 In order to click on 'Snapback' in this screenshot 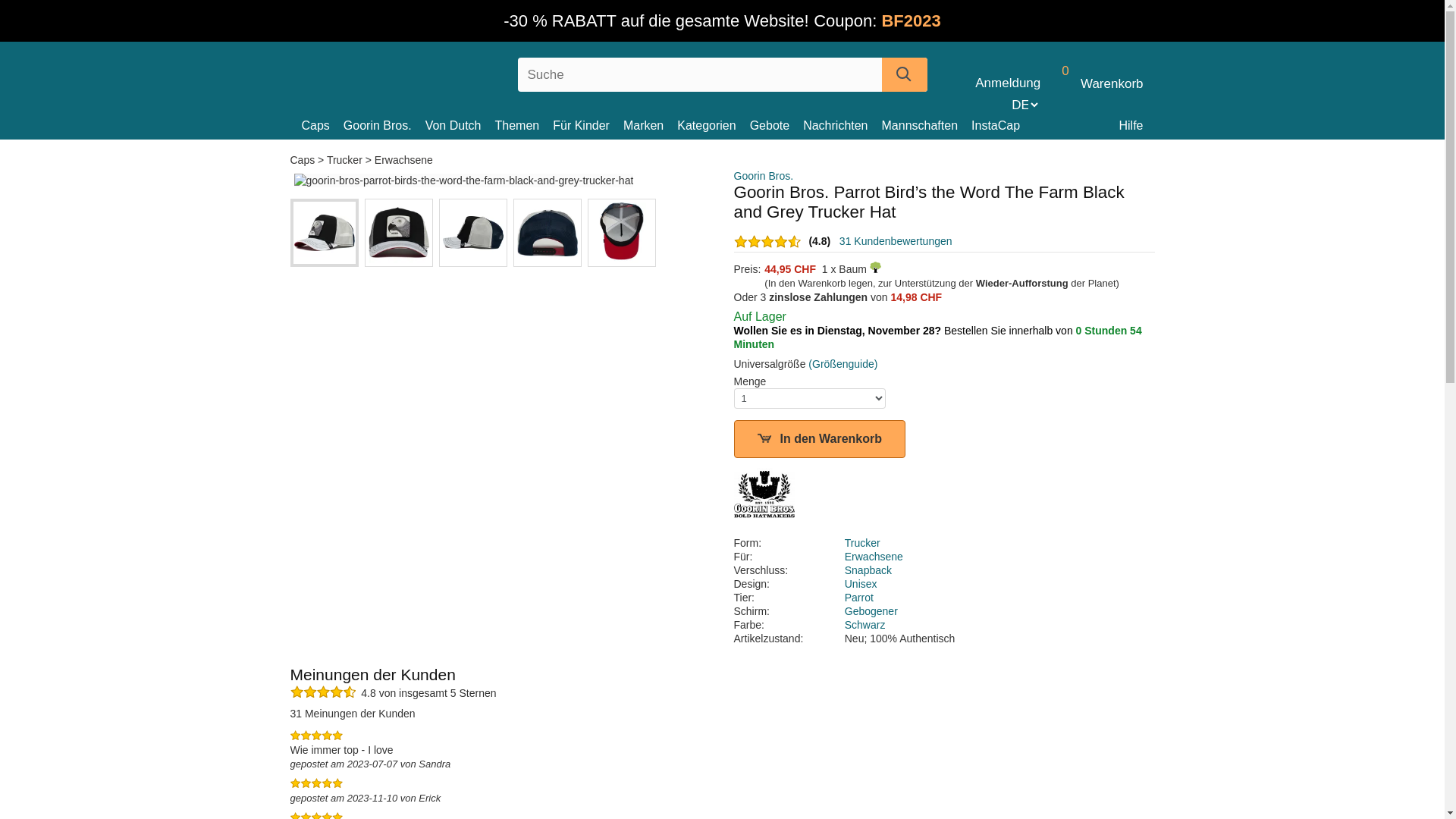, I will do `click(868, 570)`.